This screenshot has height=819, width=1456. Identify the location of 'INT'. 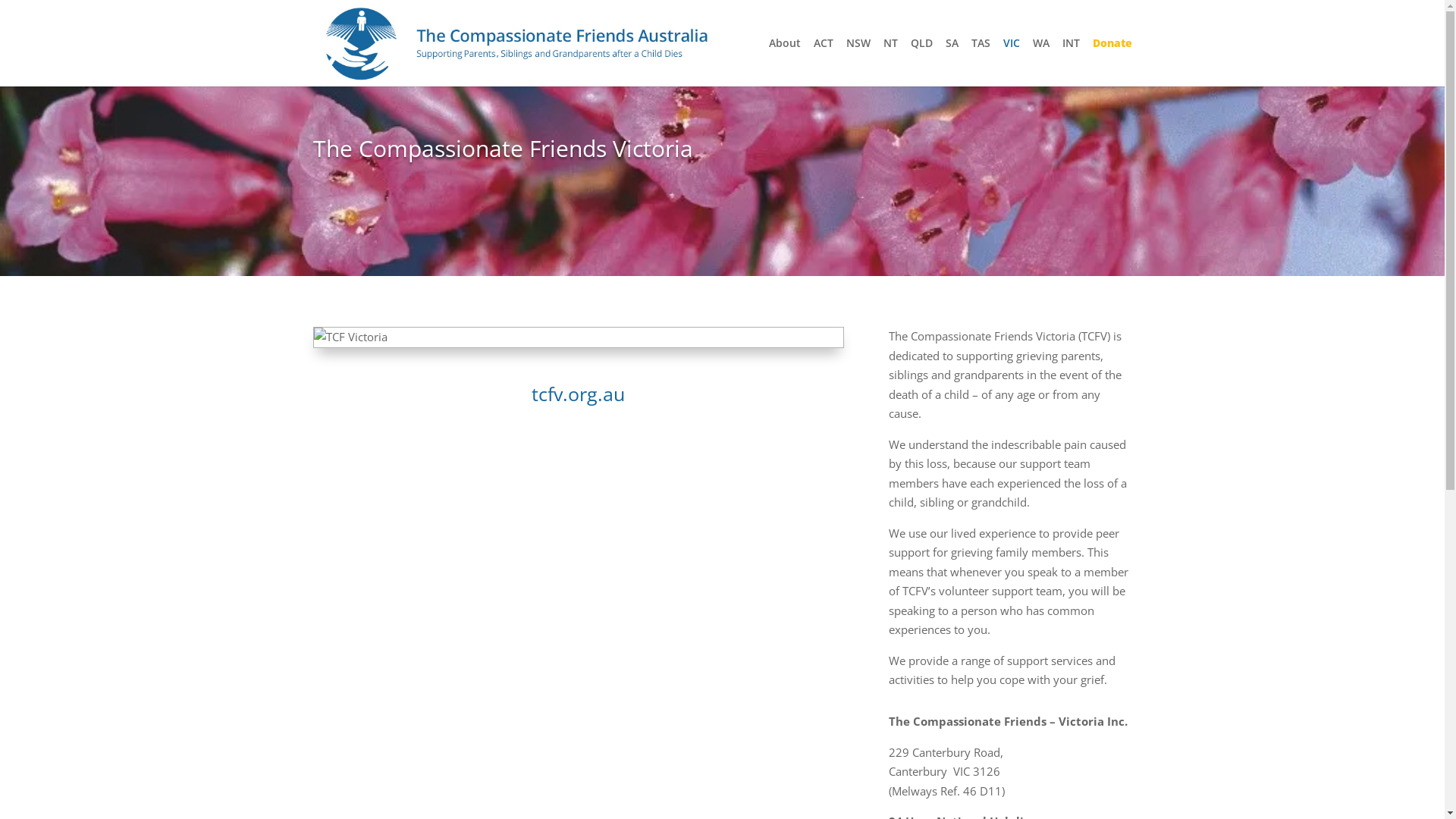
(1069, 61).